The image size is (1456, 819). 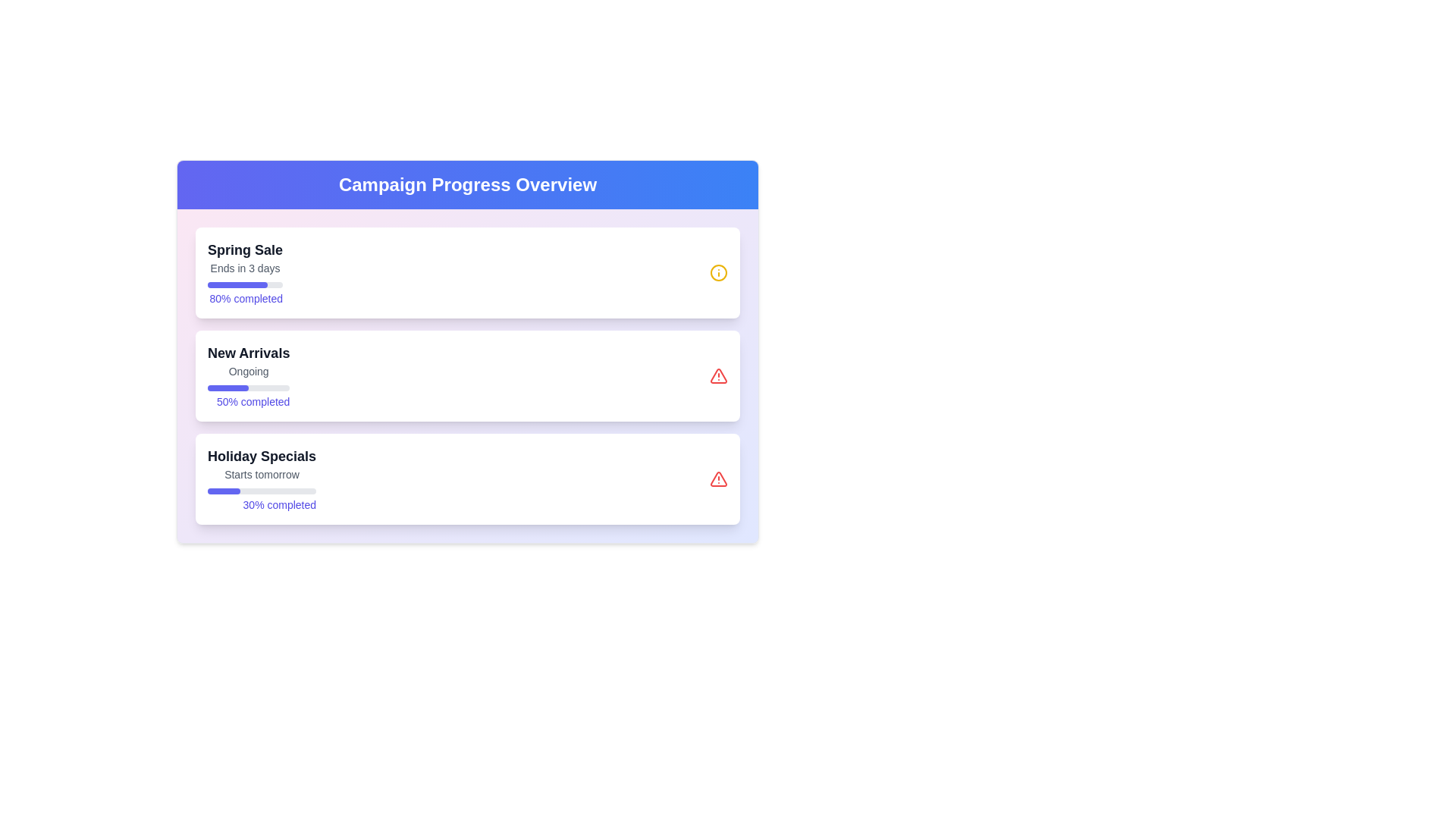 What do you see at coordinates (717, 375) in the screenshot?
I see `the triangular alert icon with an exclamation mark located at the center-right of the 'Holiday Specials' card in the 'Campaign Progress Overview' section` at bounding box center [717, 375].